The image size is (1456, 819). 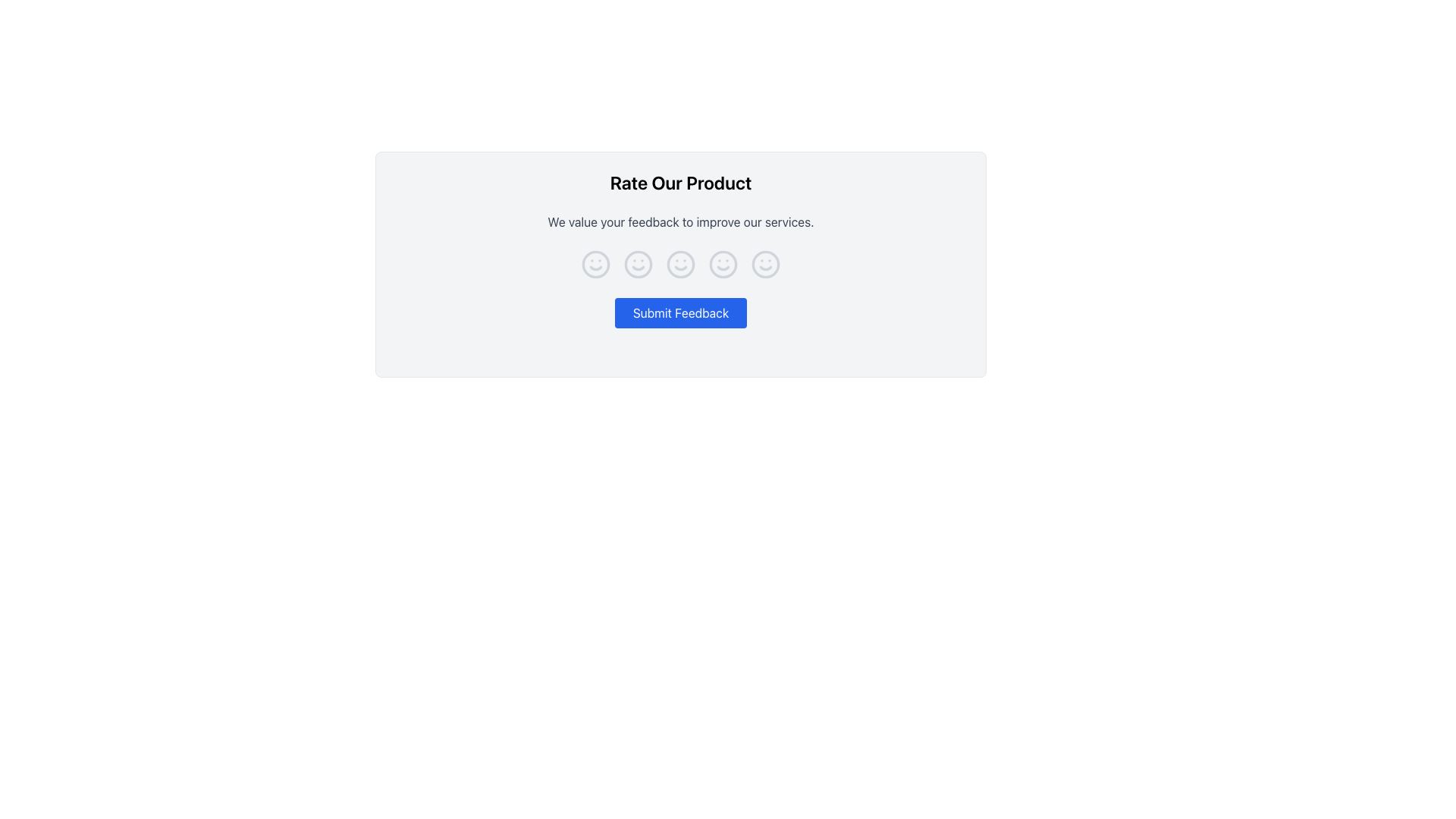 What do you see at coordinates (679, 222) in the screenshot?
I see `the static text that encourages user feedback, located below the heading 'Rate Our Product' and above the feedback icons` at bounding box center [679, 222].